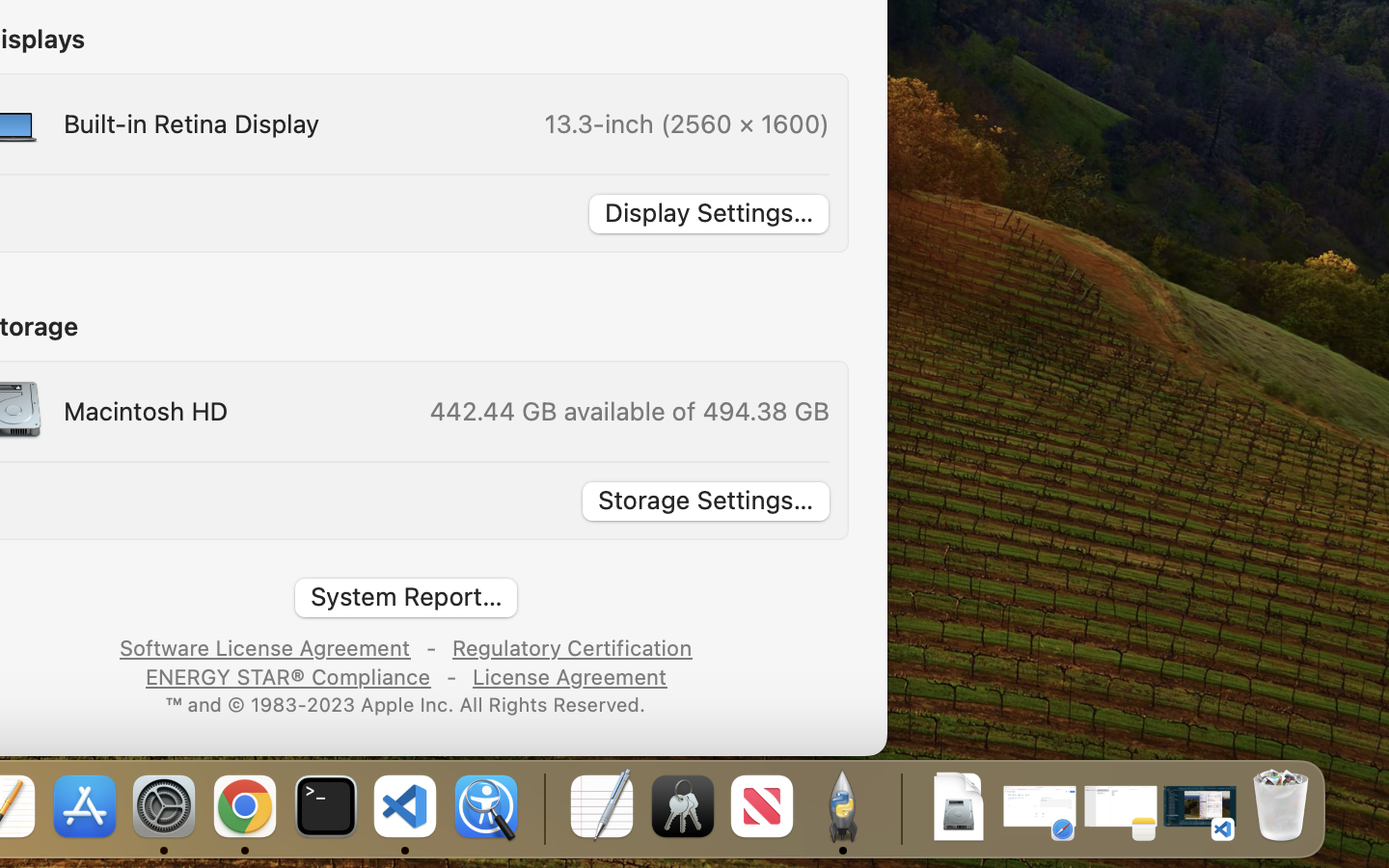 The width and height of the screenshot is (1389, 868). What do you see at coordinates (627, 410) in the screenshot?
I see `'442.44 GB available of 494.38 GB'` at bounding box center [627, 410].